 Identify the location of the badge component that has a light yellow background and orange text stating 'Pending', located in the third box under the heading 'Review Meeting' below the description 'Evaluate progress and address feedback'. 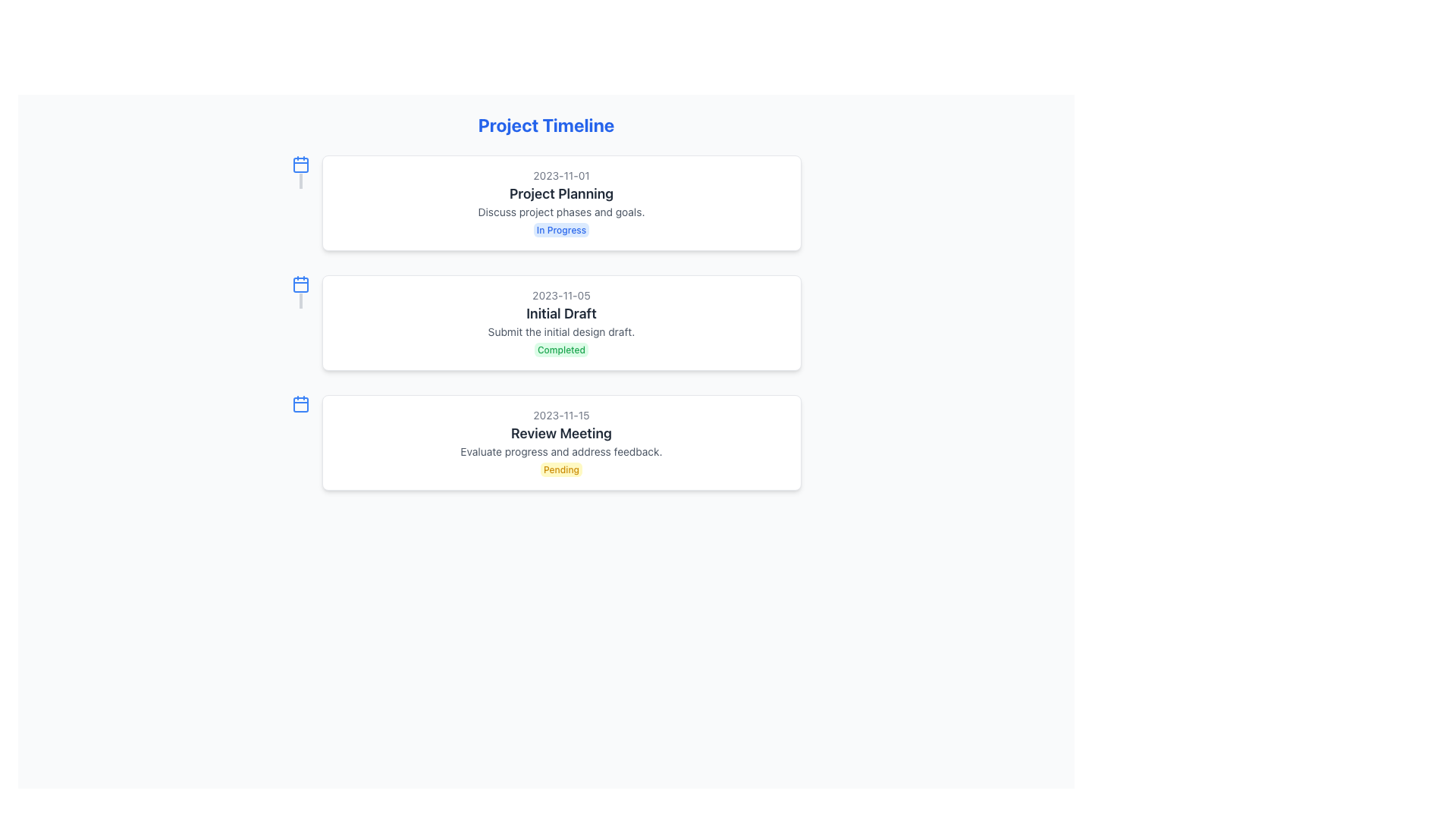
(560, 469).